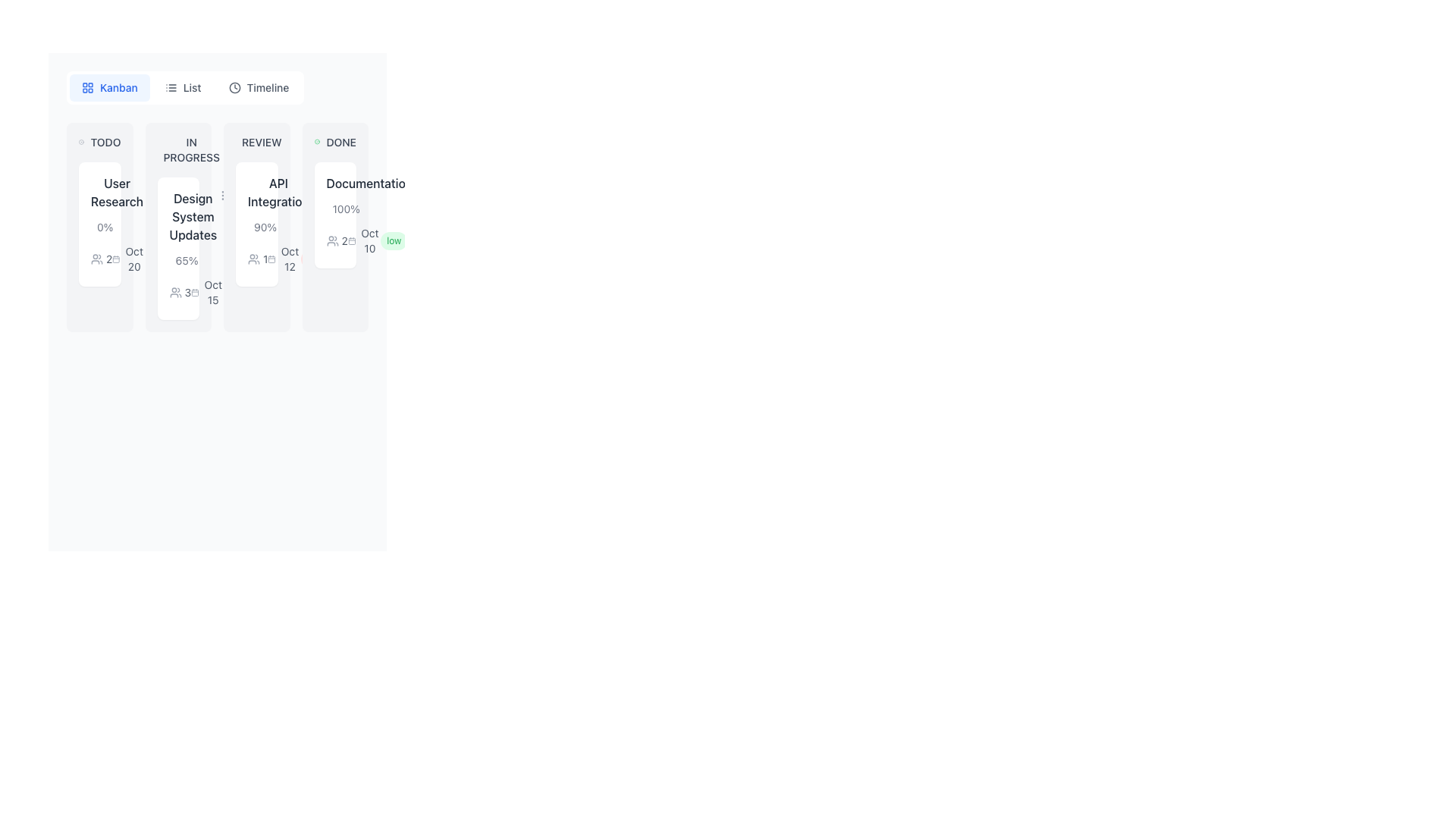  Describe the element at coordinates (178, 216) in the screenshot. I see `the title label located at the top-left corner of the card in the 'IN PROGRESS' column of the Kanban board` at that location.